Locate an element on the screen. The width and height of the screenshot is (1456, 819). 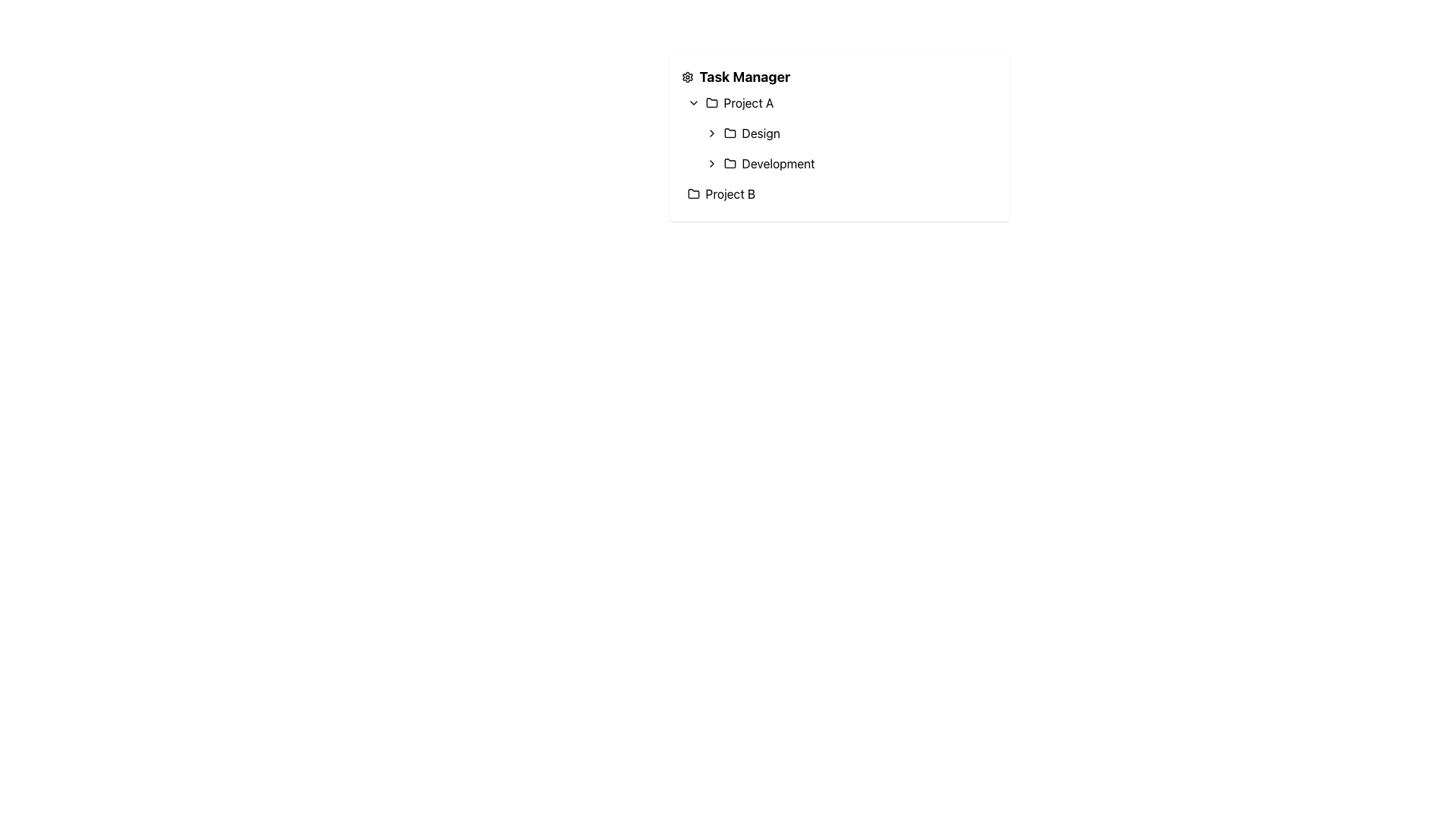
the collapsible folder item labeled 'Development' is located at coordinates (847, 149).